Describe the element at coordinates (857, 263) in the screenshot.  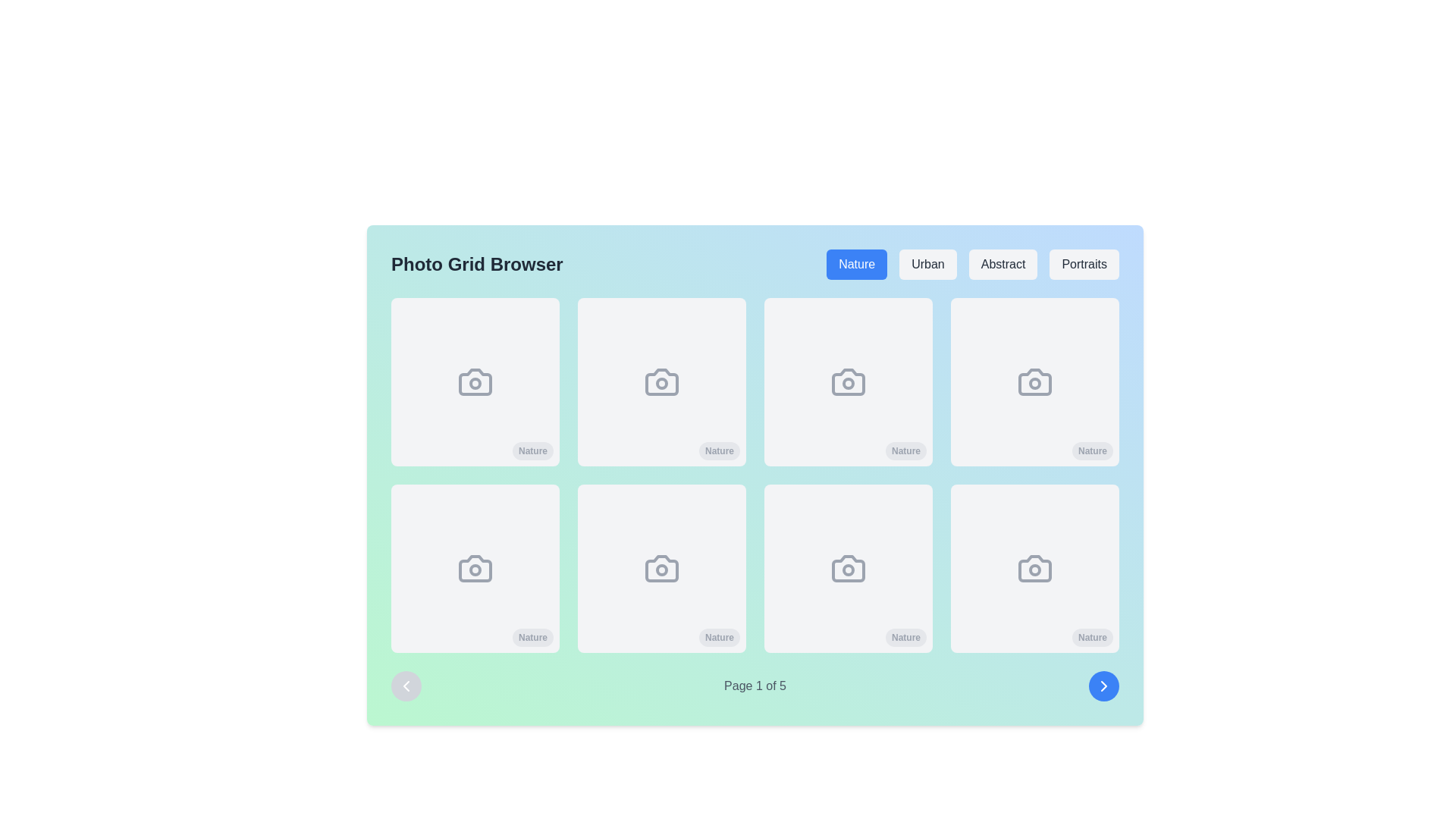
I see `the 'Nature' category selection button located at the top-right of the interface` at that location.